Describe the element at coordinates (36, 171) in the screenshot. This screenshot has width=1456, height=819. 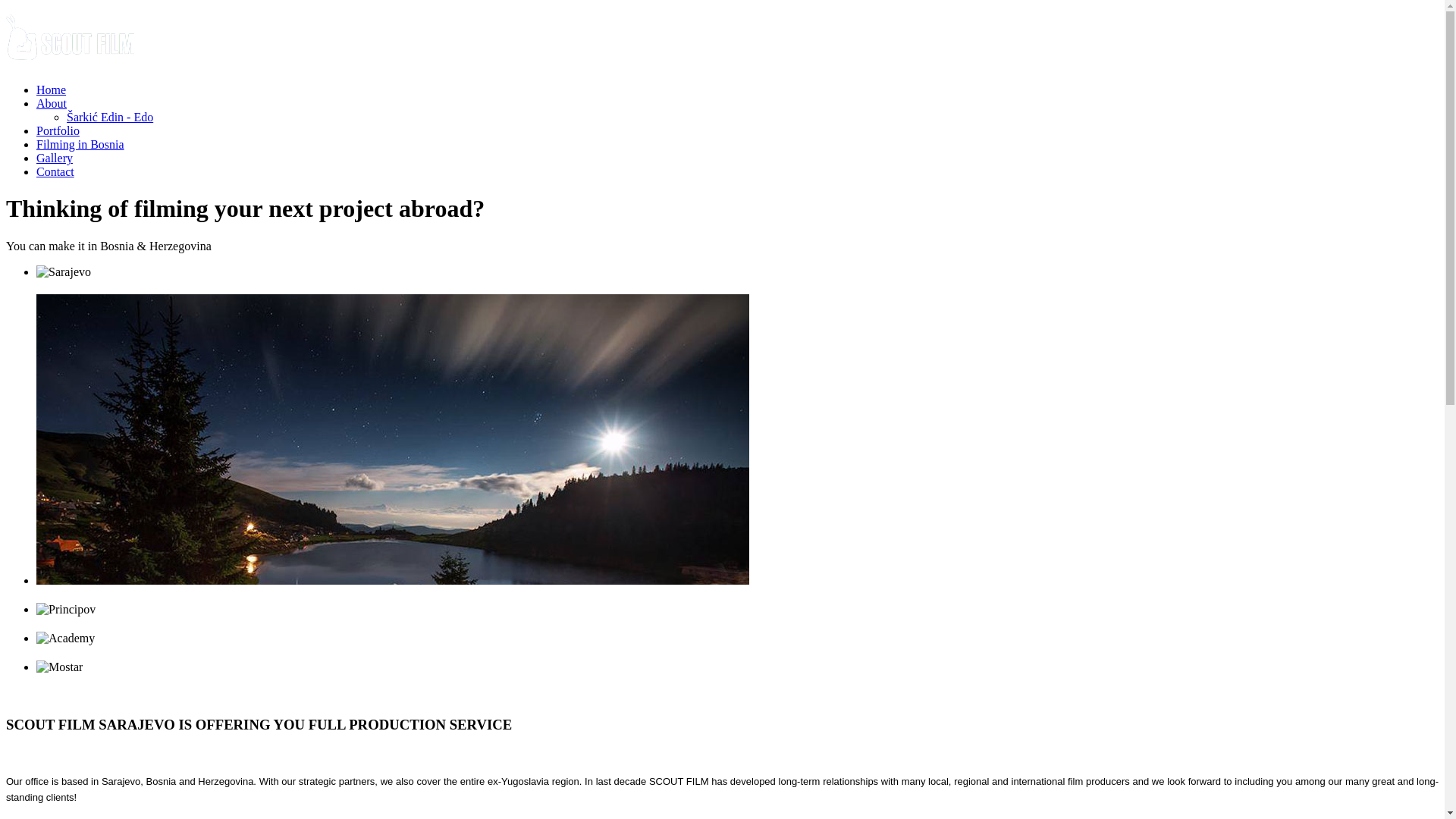
I see `'Contact'` at that location.